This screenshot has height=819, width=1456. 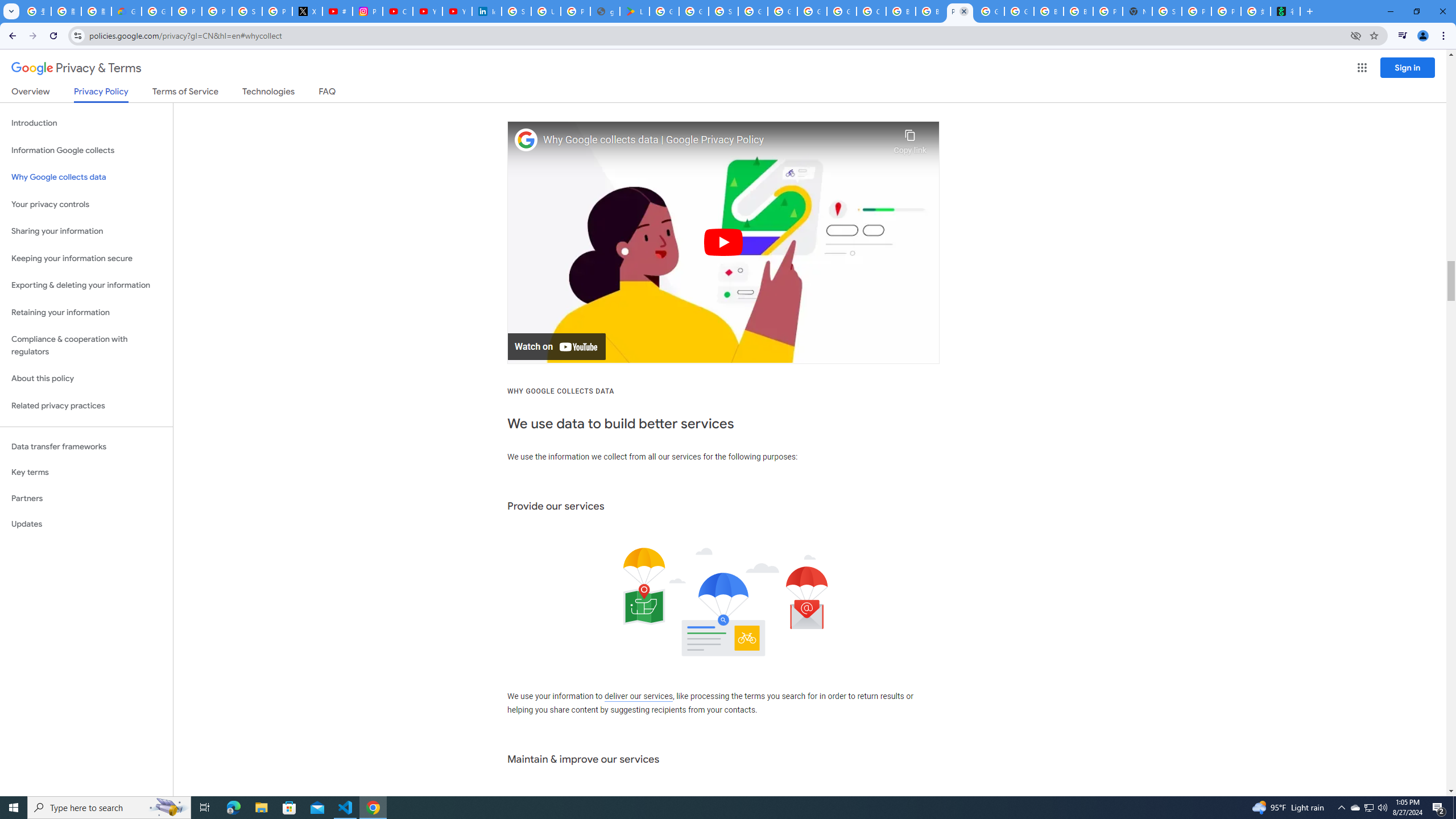 What do you see at coordinates (86, 523) in the screenshot?
I see `'Updates'` at bounding box center [86, 523].